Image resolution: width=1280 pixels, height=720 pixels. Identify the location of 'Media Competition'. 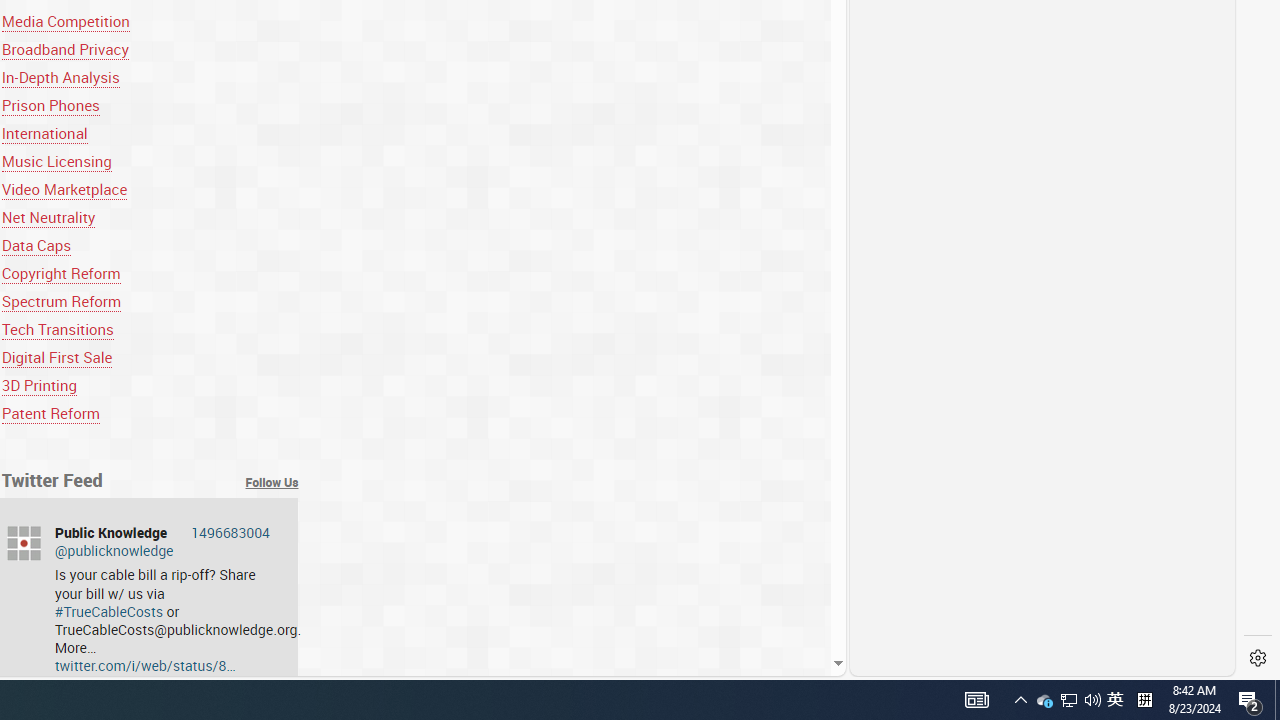
(65, 21).